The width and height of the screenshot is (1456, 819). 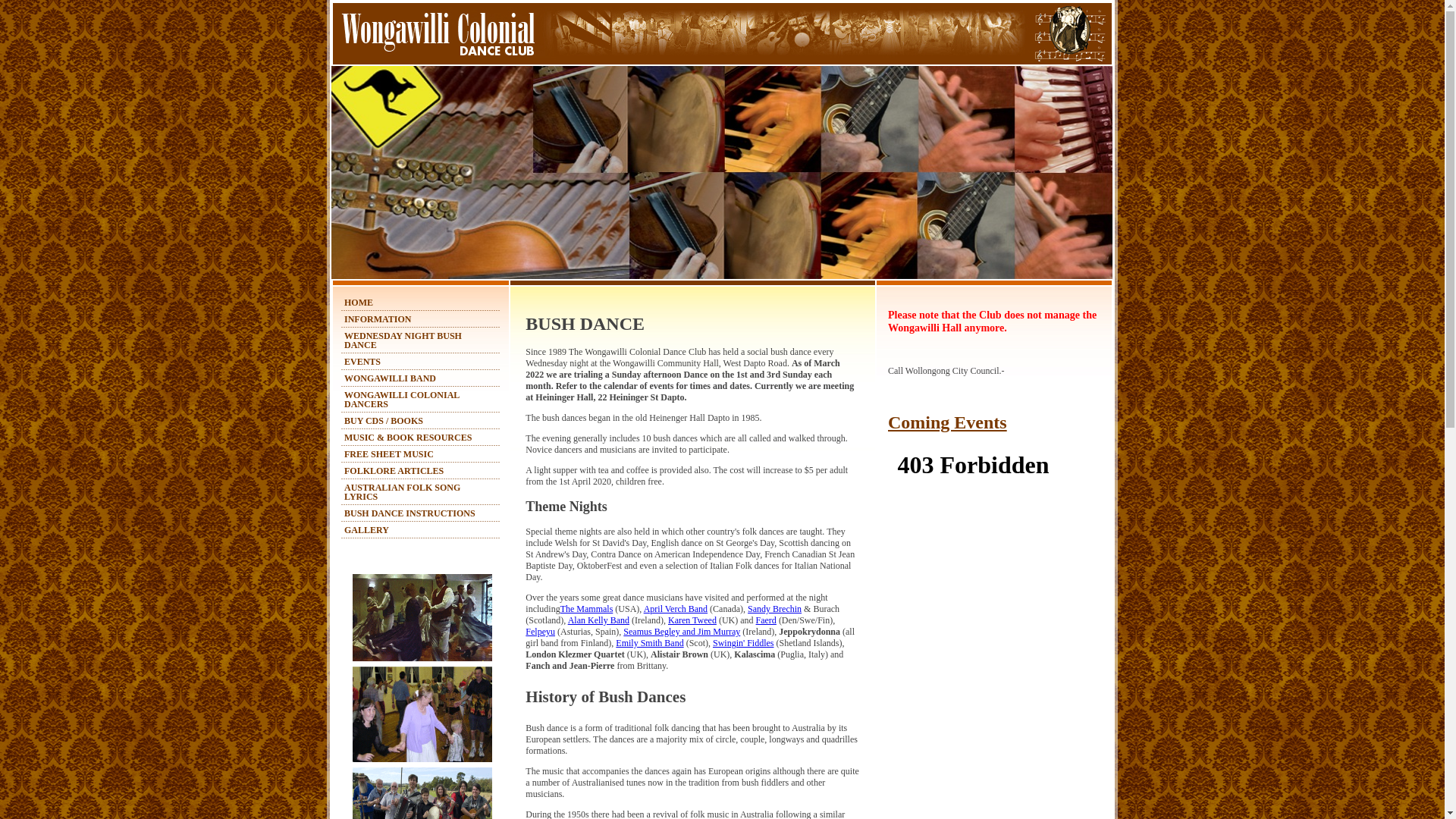 What do you see at coordinates (344, 362) in the screenshot?
I see `'EVENTS'` at bounding box center [344, 362].